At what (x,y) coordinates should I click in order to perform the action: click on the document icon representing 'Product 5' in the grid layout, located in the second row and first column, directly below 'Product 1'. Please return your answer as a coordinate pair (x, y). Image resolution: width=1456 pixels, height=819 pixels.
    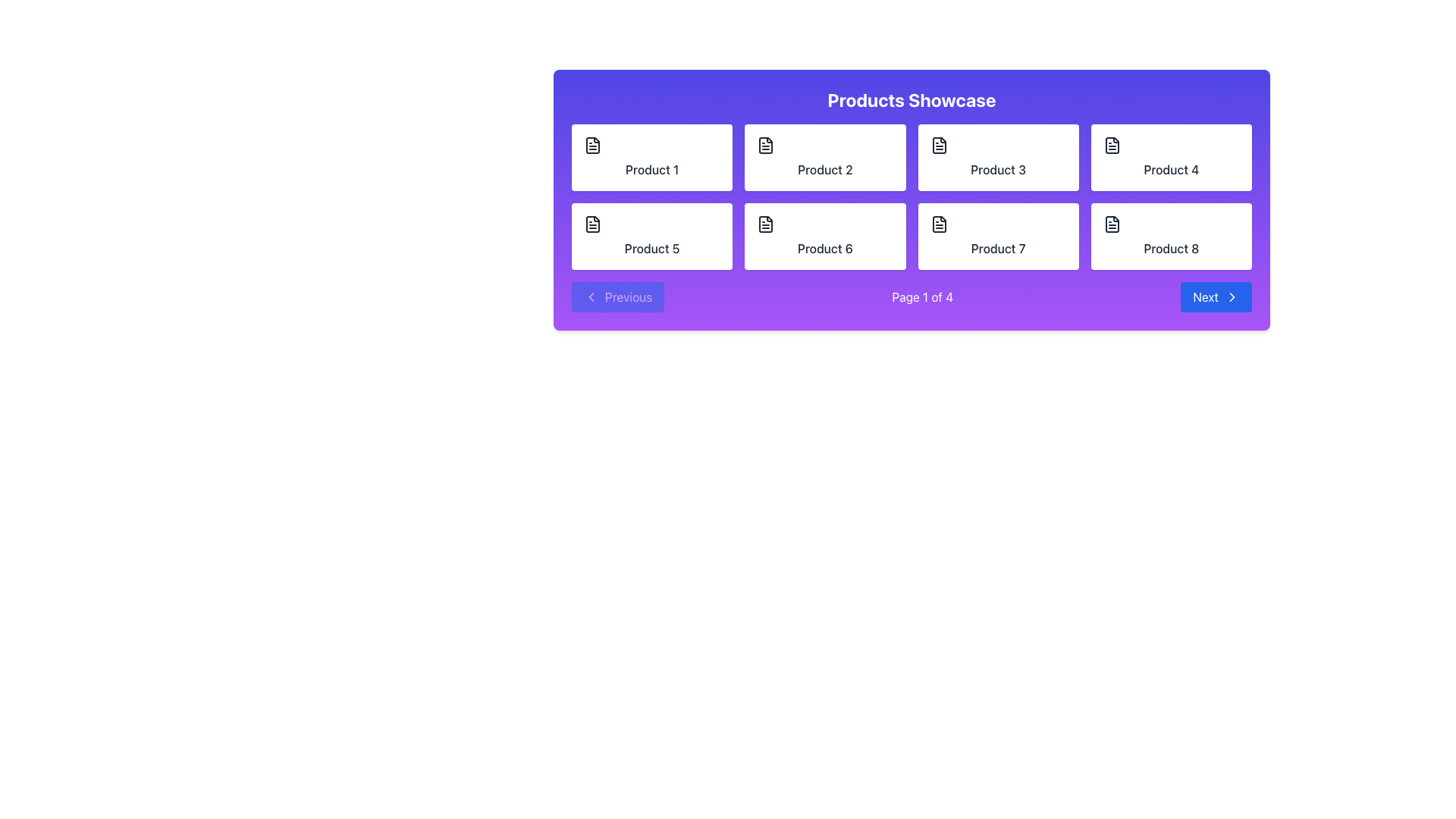
    Looking at the image, I should click on (592, 224).